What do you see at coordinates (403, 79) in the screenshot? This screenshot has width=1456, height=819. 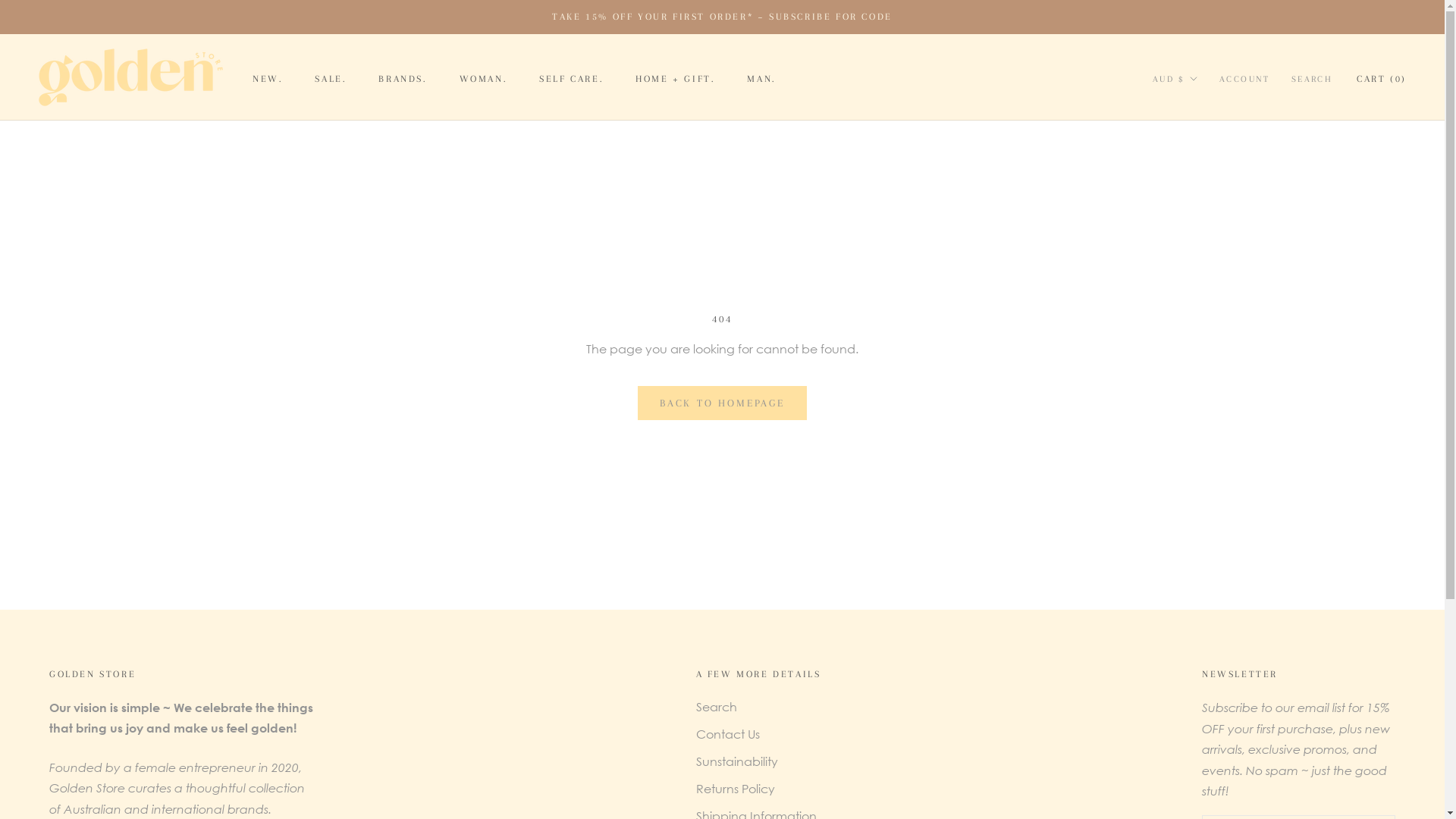 I see `'BRANDS.'` at bounding box center [403, 79].